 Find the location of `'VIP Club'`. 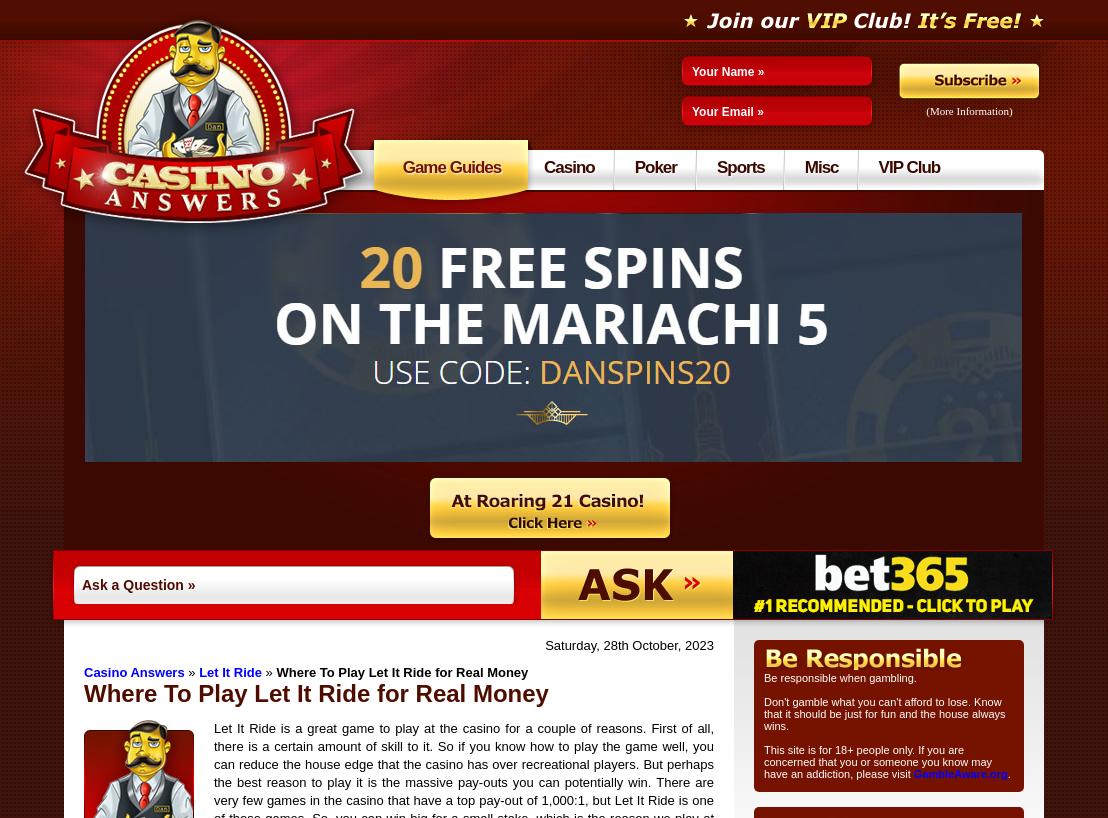

'VIP Club' is located at coordinates (908, 166).